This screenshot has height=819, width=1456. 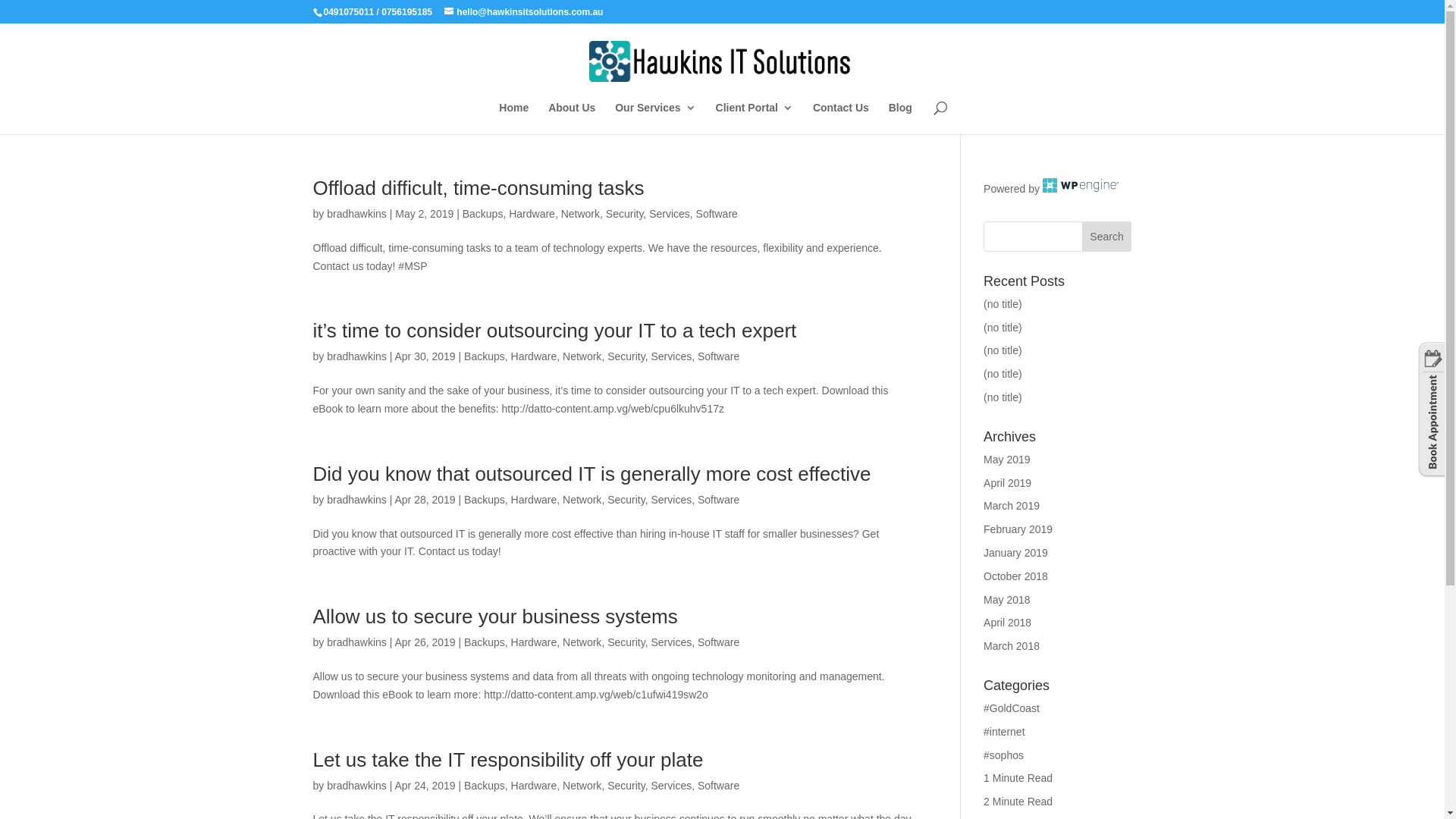 What do you see at coordinates (1004, 730) in the screenshot?
I see `'#internet'` at bounding box center [1004, 730].